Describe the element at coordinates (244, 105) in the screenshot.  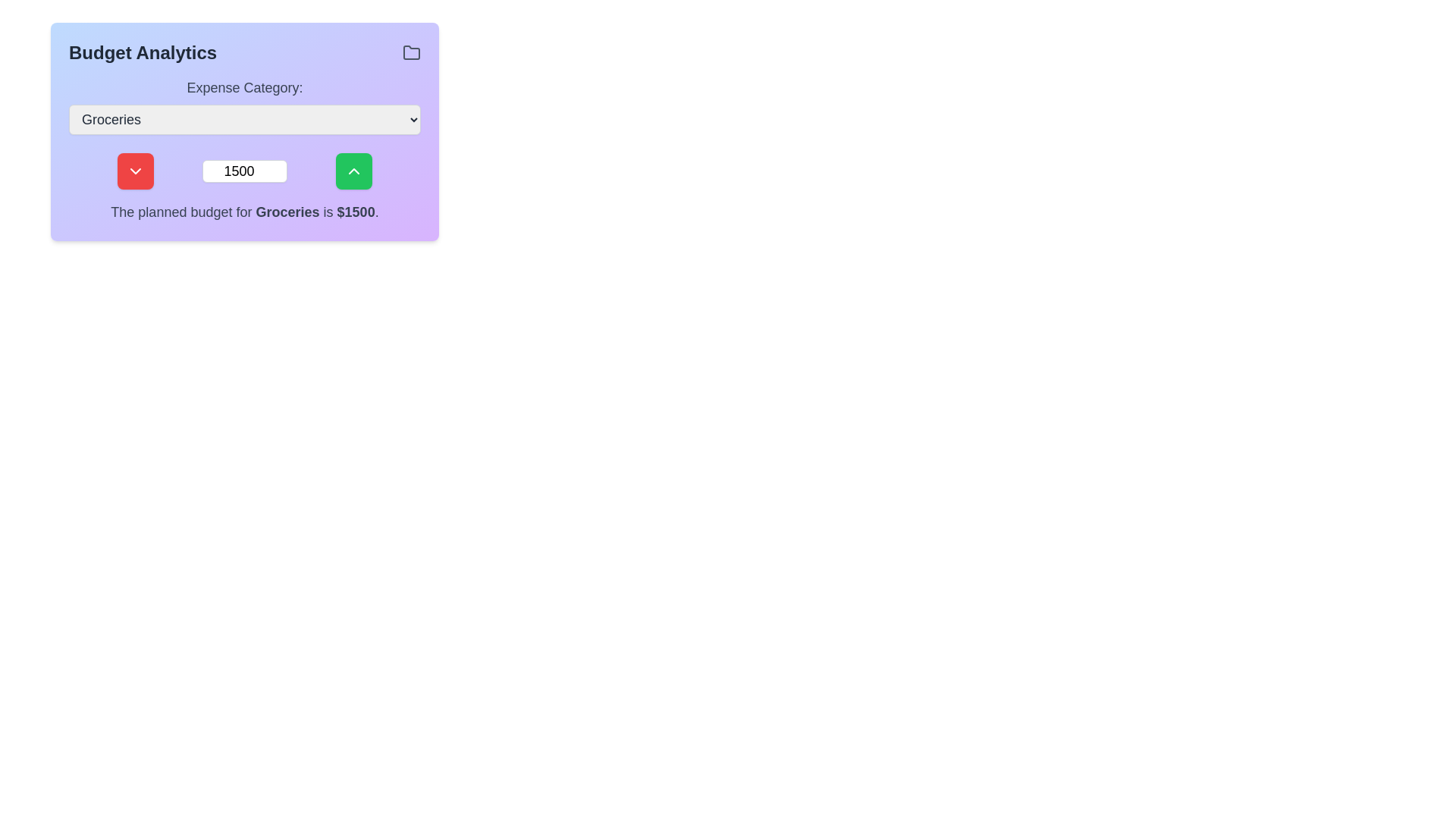
I see `the dropdown menu labeled 'Expense Category:'` at that location.